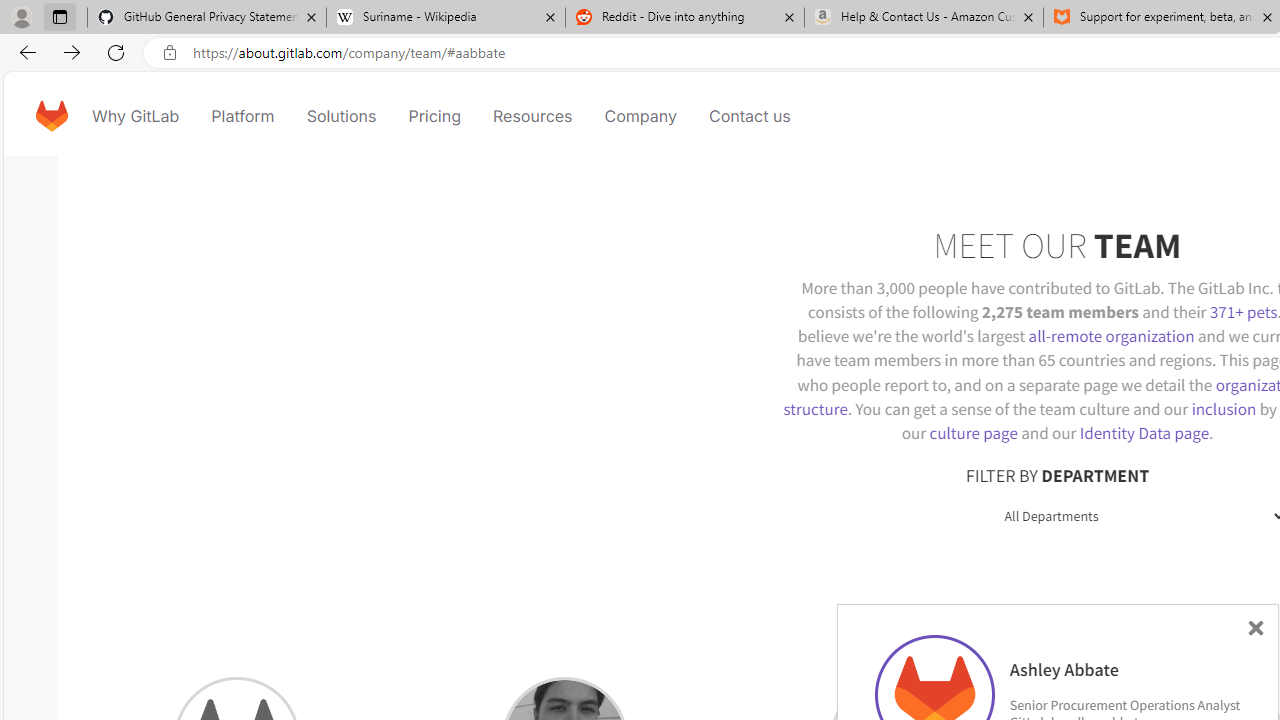  Describe the element at coordinates (207, 17) in the screenshot. I see `'GitHub General Privacy Statement - GitHub Docs'` at that location.